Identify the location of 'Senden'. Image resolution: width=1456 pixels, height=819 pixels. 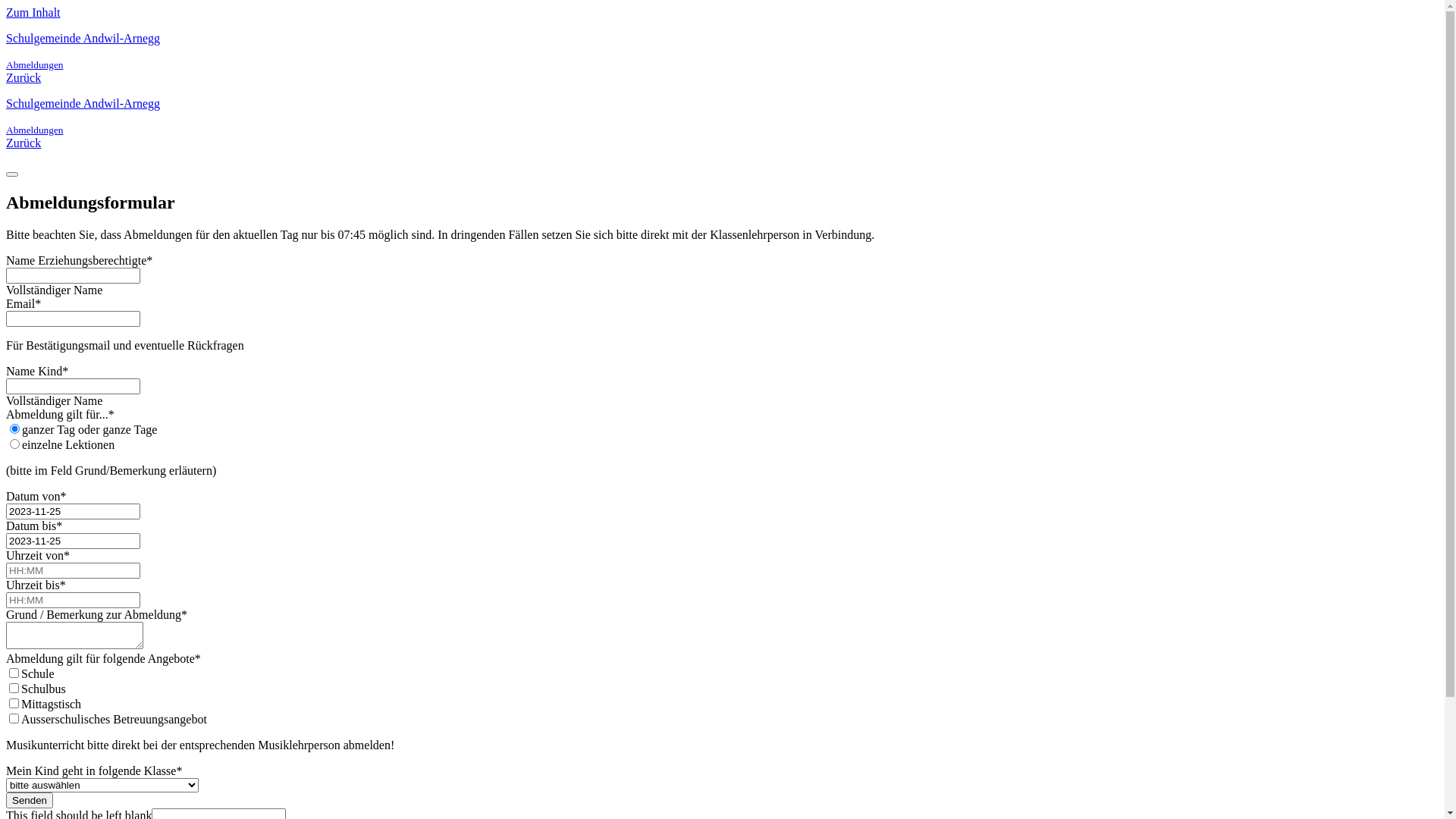
(29, 799).